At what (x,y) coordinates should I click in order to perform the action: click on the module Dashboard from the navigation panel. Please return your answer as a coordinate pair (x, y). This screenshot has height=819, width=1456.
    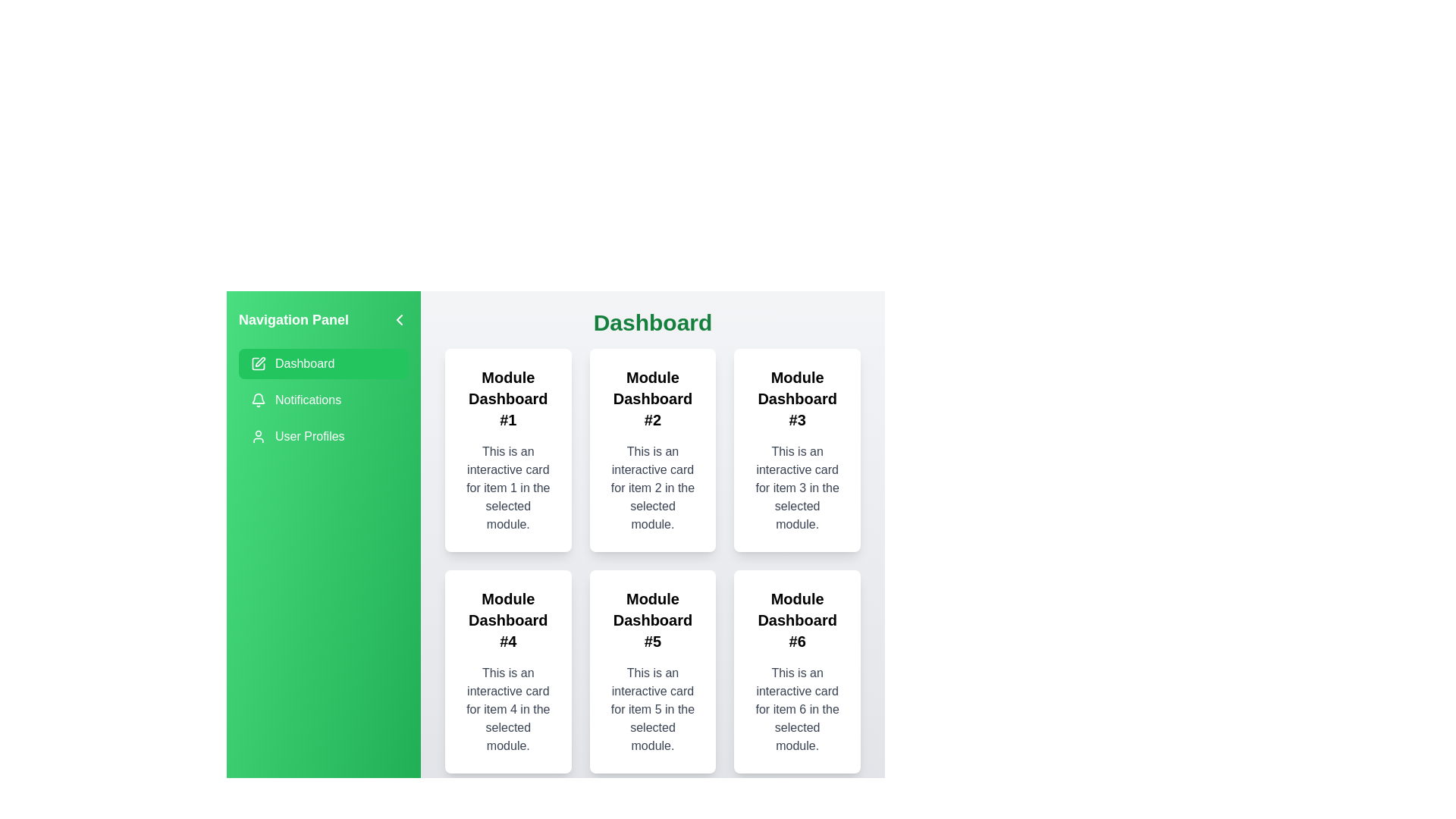
    Looking at the image, I should click on (323, 363).